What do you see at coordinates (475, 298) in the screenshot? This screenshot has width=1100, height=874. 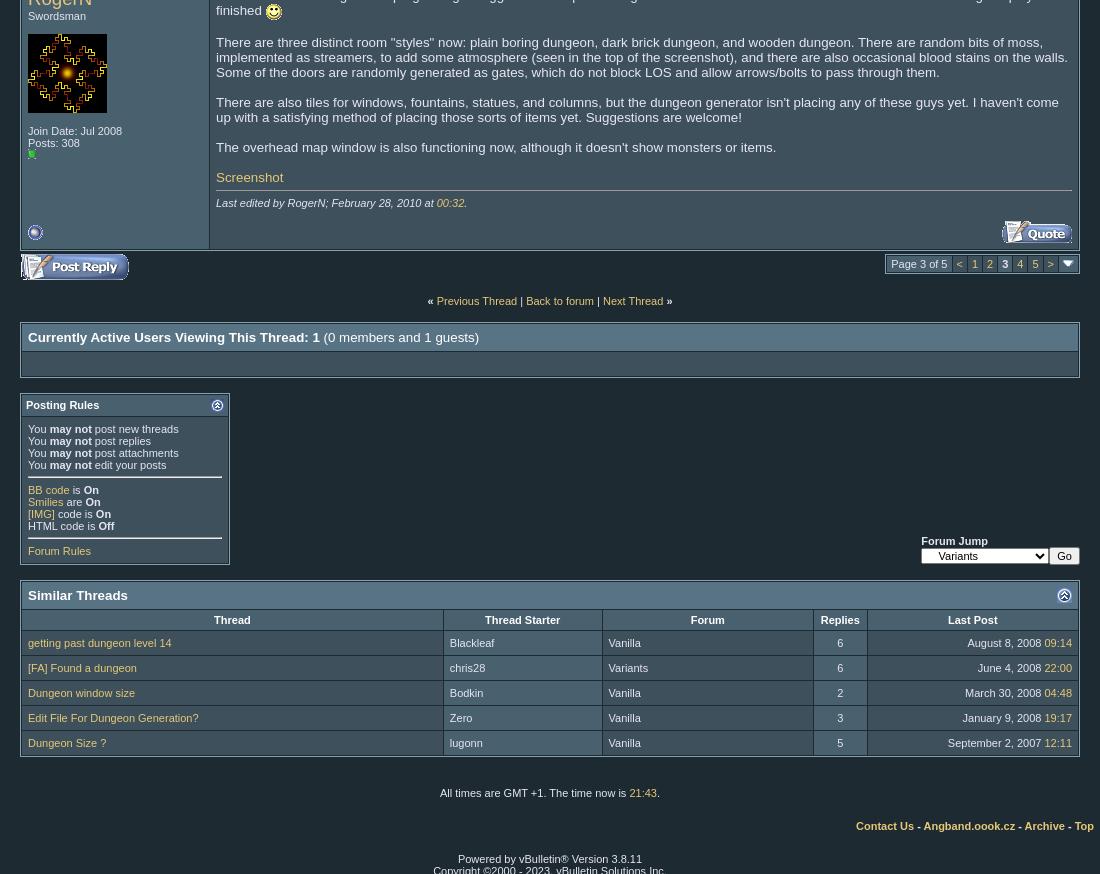 I see `'Previous Thread'` at bounding box center [475, 298].